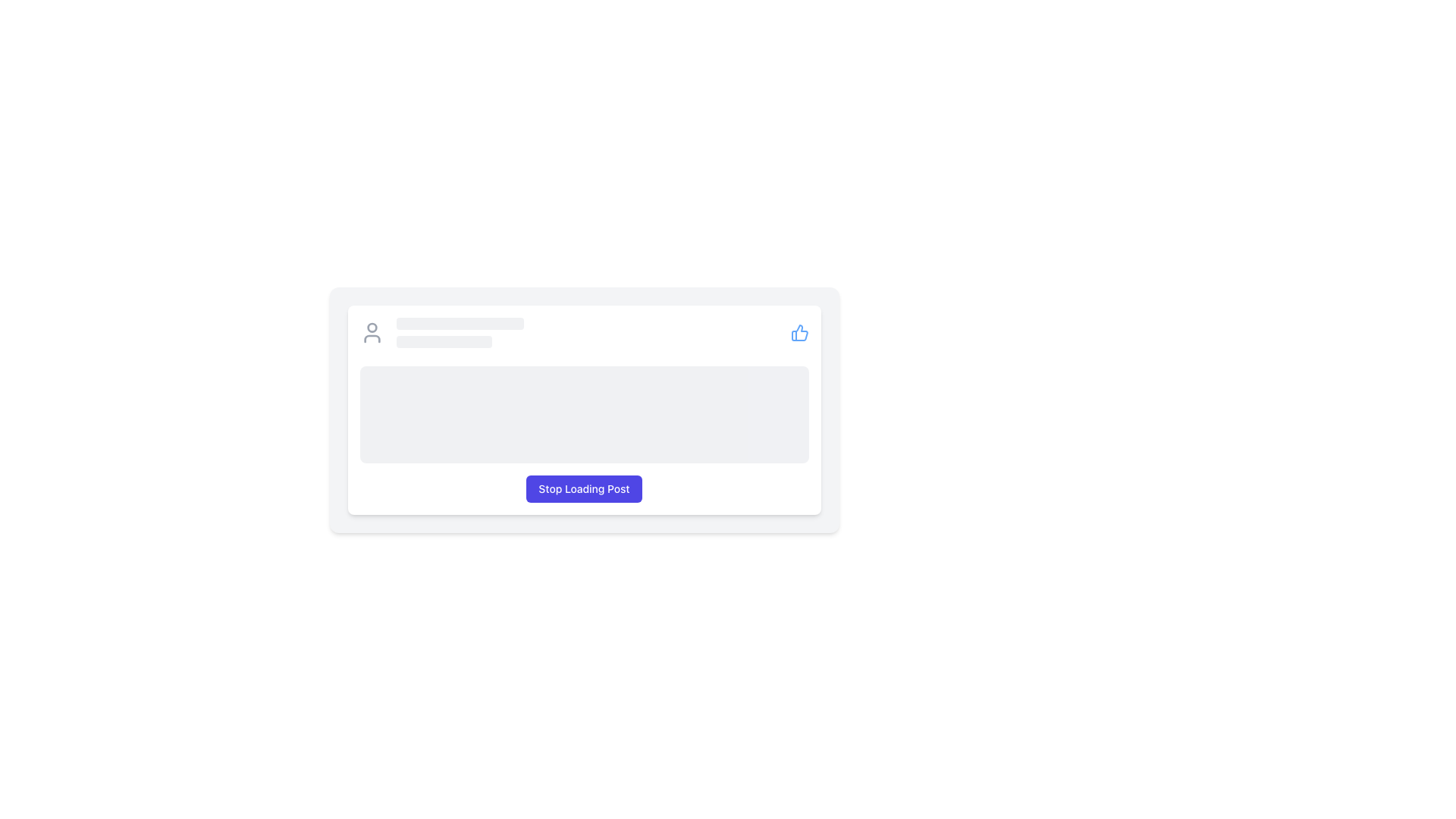 The height and width of the screenshot is (819, 1456). I want to click on the lower semicircular line representing the torso part of the avatar icon, which is part of a gray-themed circular graphical arrangement, so click(372, 338).